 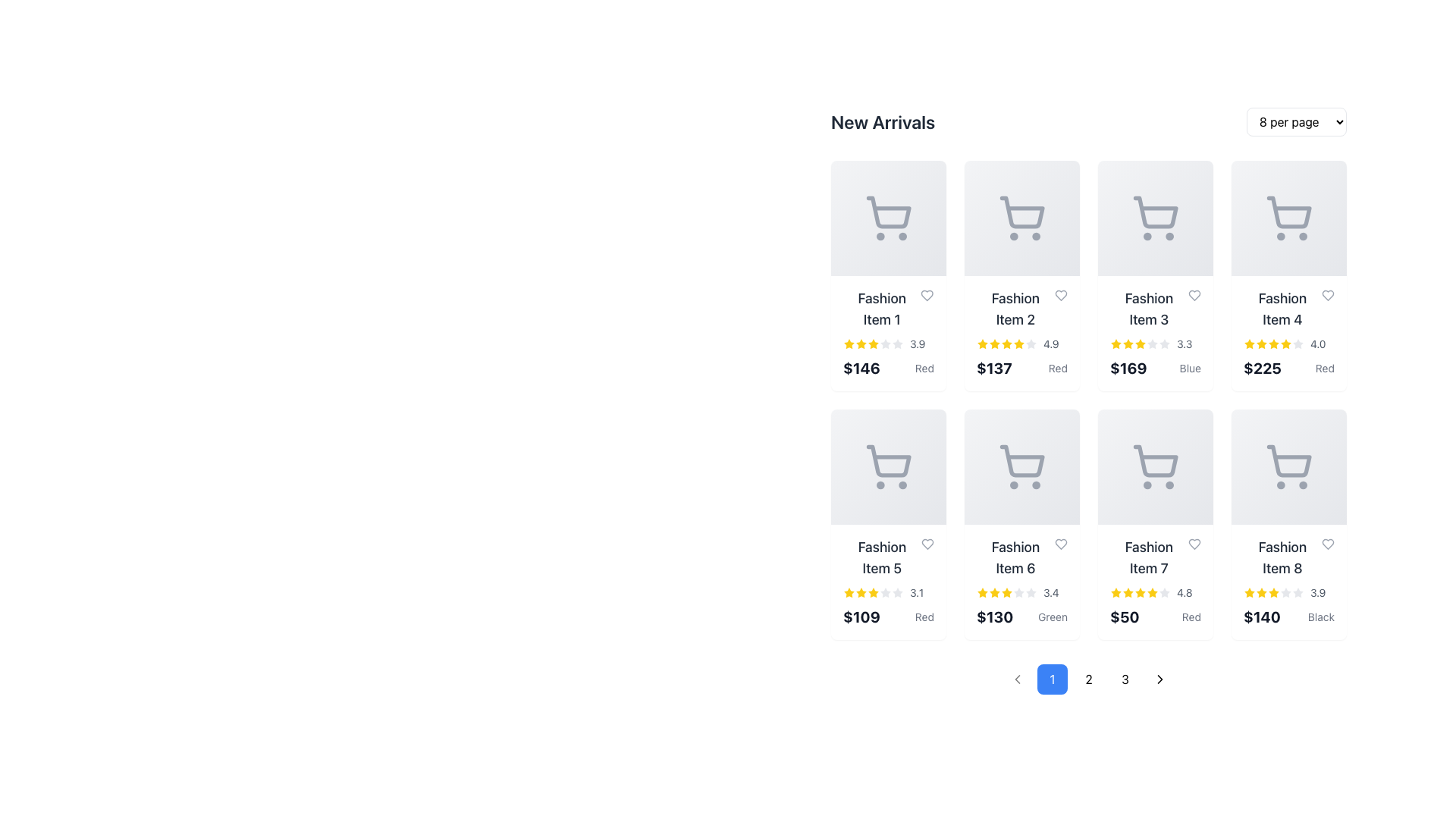 What do you see at coordinates (983, 344) in the screenshot?
I see `the state of the first star-shaped icon in the five-star rating system below the 'Fashion Item 2' product card, which is brightly colored yellow, indicating a selected or filled rating state` at bounding box center [983, 344].